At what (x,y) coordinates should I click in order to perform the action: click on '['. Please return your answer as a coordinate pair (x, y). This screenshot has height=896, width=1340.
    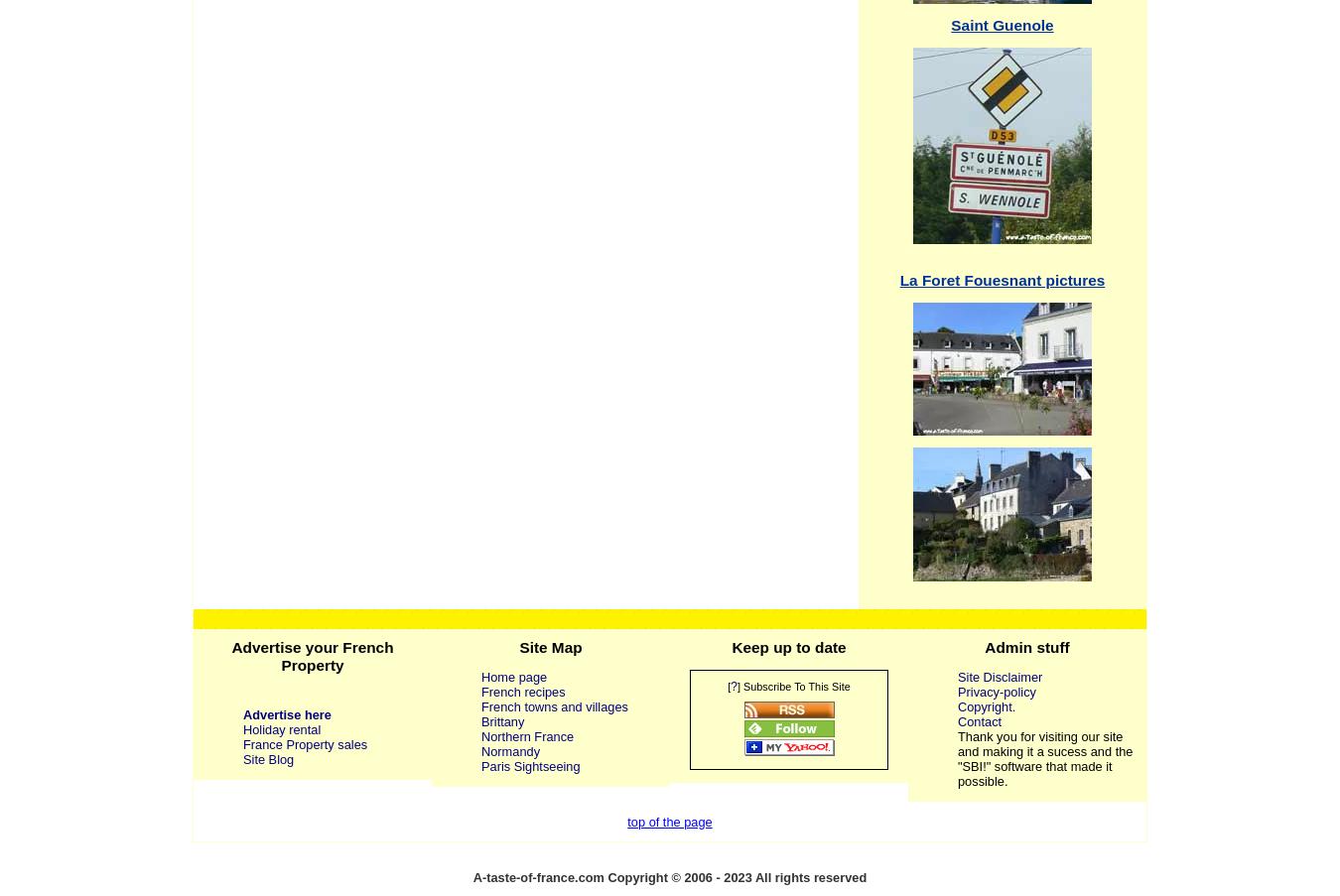
    Looking at the image, I should click on (728, 684).